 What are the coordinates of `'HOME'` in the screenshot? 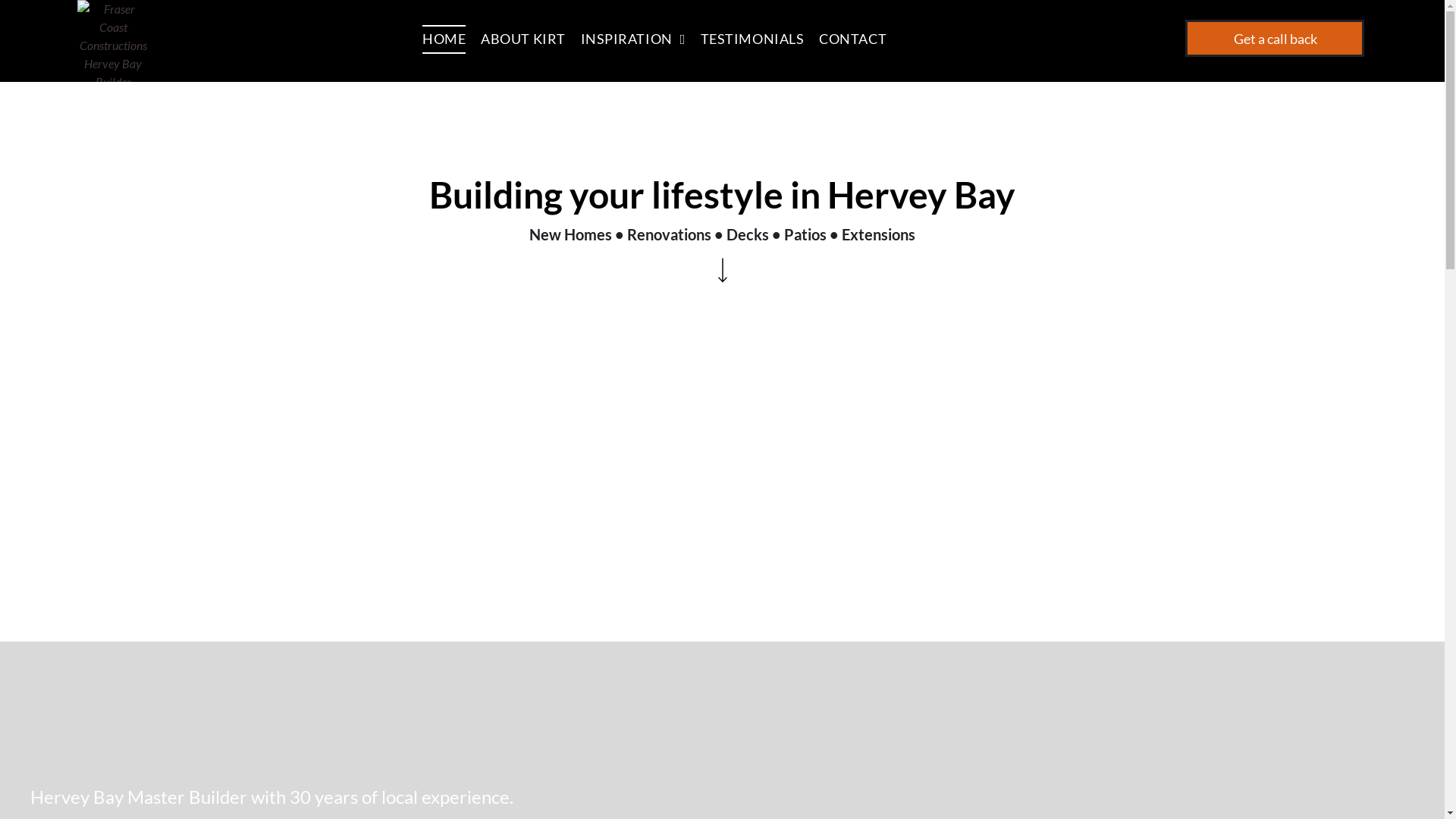 It's located at (450, 38).